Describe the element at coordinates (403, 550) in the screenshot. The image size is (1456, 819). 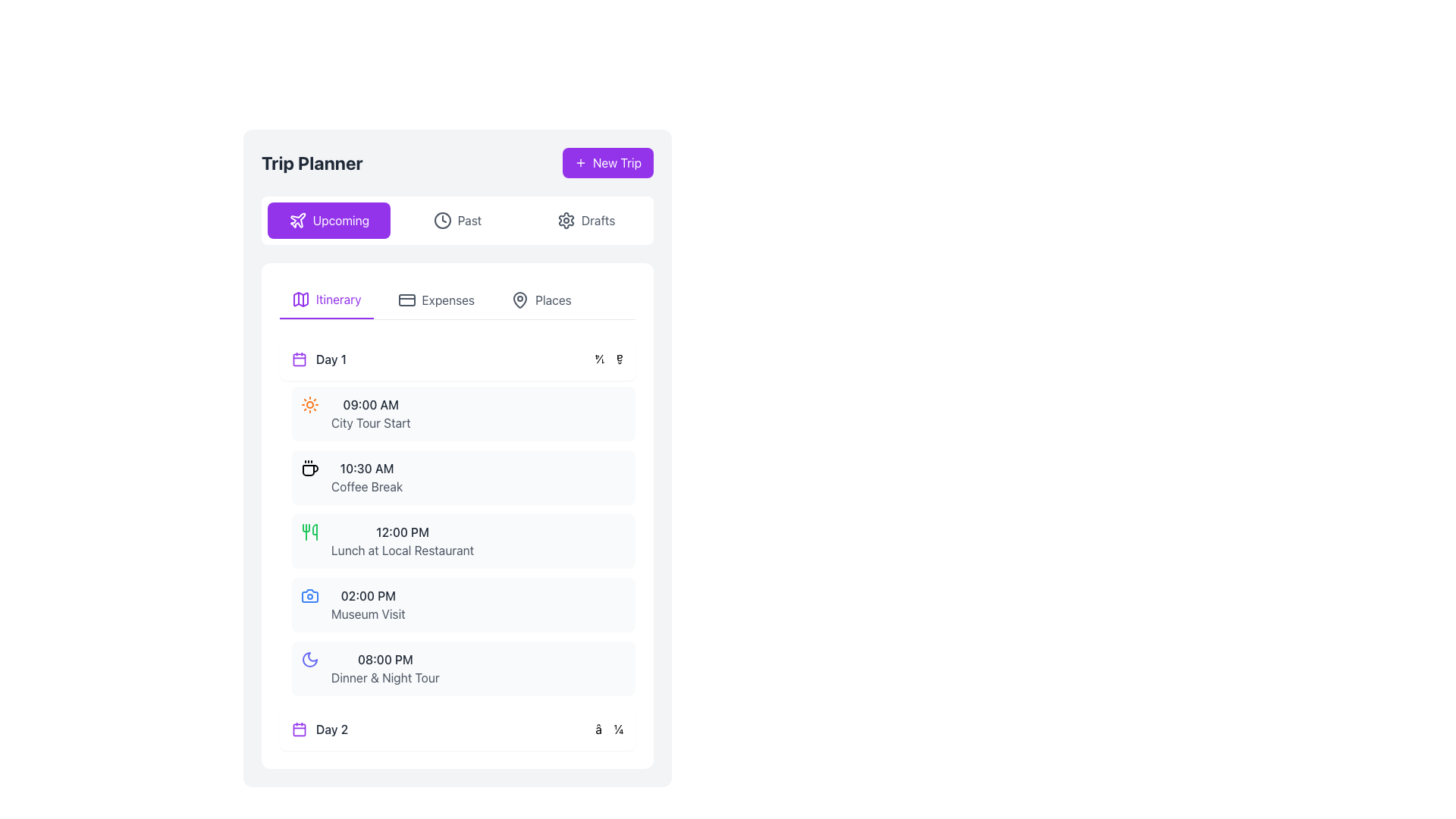
I see `the text label that displays the description for a scheduled event in the itinerary, located below '12:00 PM' in Day 1's schedule` at that location.